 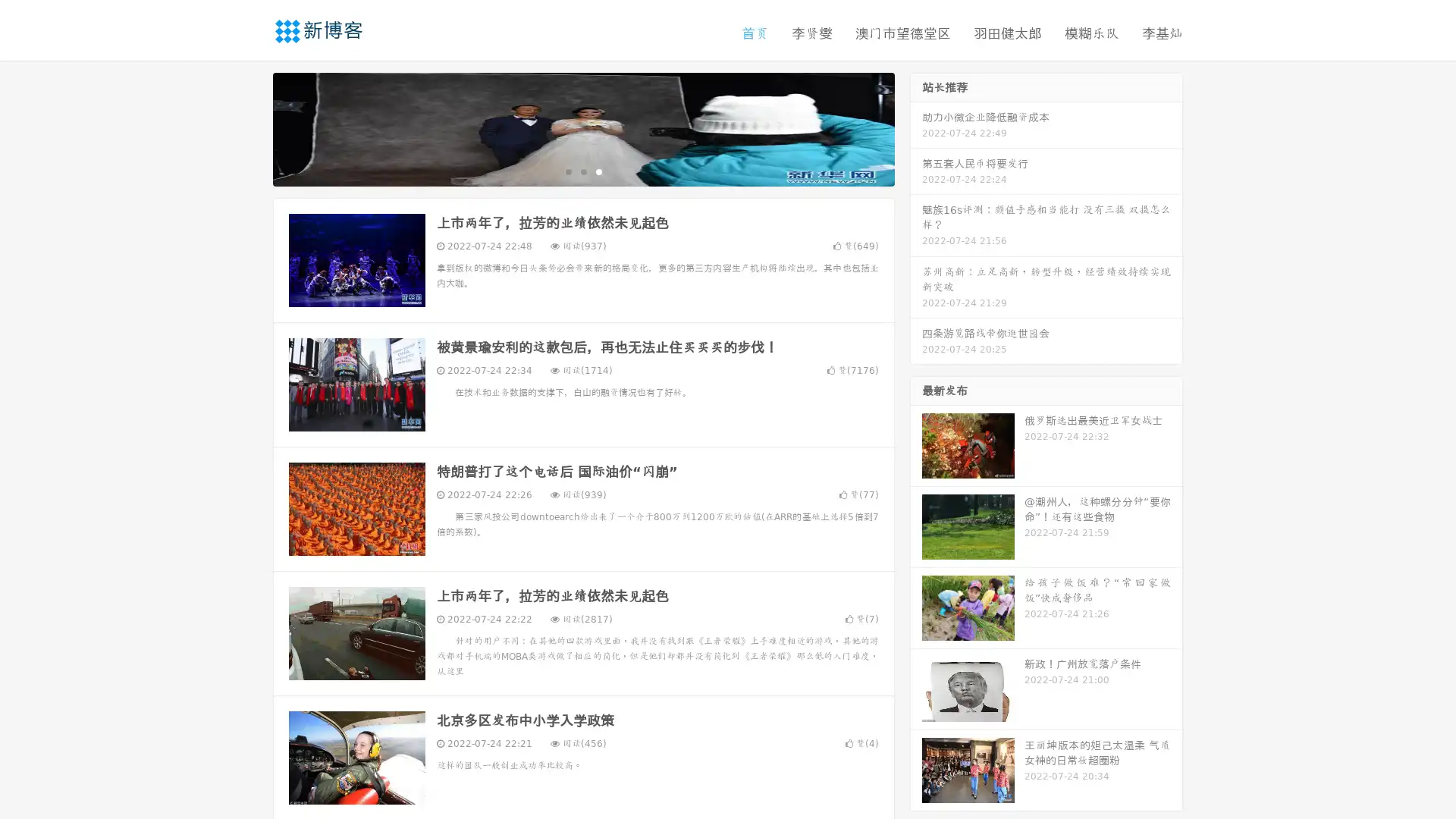 What do you see at coordinates (567, 171) in the screenshot?
I see `Go to slide 1` at bounding box center [567, 171].